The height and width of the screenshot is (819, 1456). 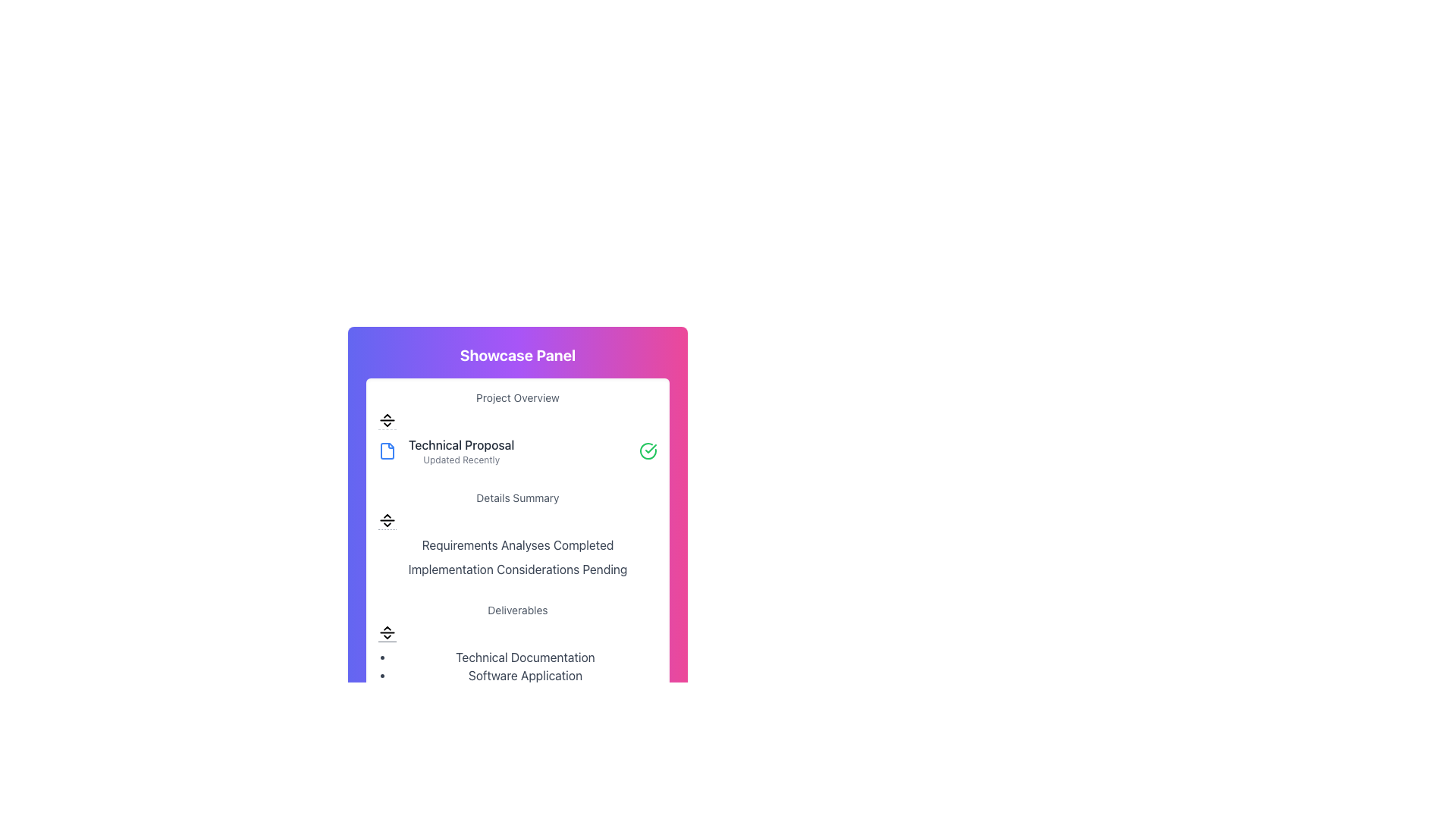 I want to click on text in the Text Block that conveys the statuses of 'Requirements Analyses' and 'Implementation Considerations' located under the 'Details Summary' section header, so click(x=517, y=557).